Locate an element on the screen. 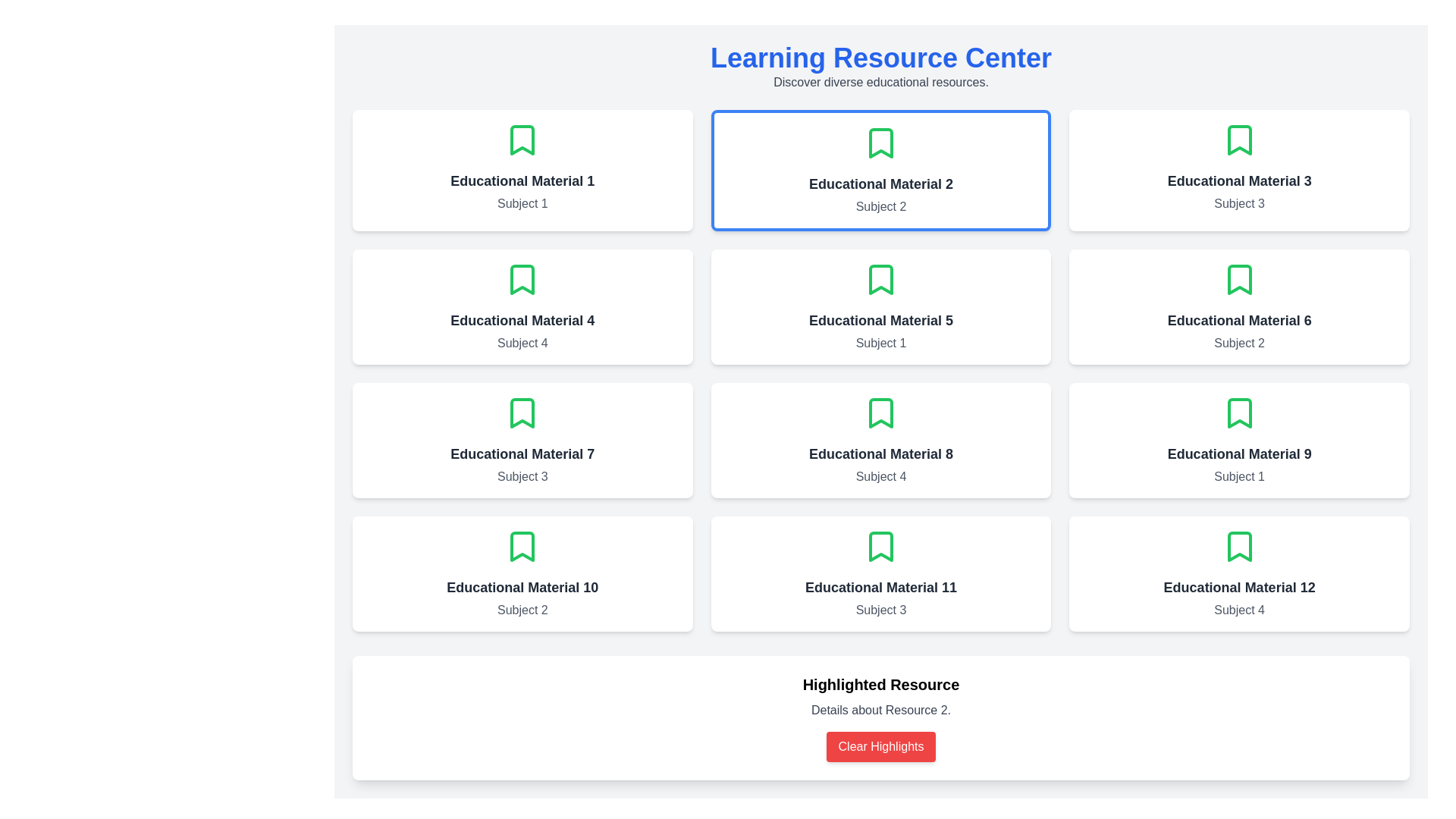  the decorative bookmark icon located at the center-top of the card titled 'Educational Material 3', which is situated in the top-right corner of the 3x4 grid layout is located at coordinates (1239, 140).